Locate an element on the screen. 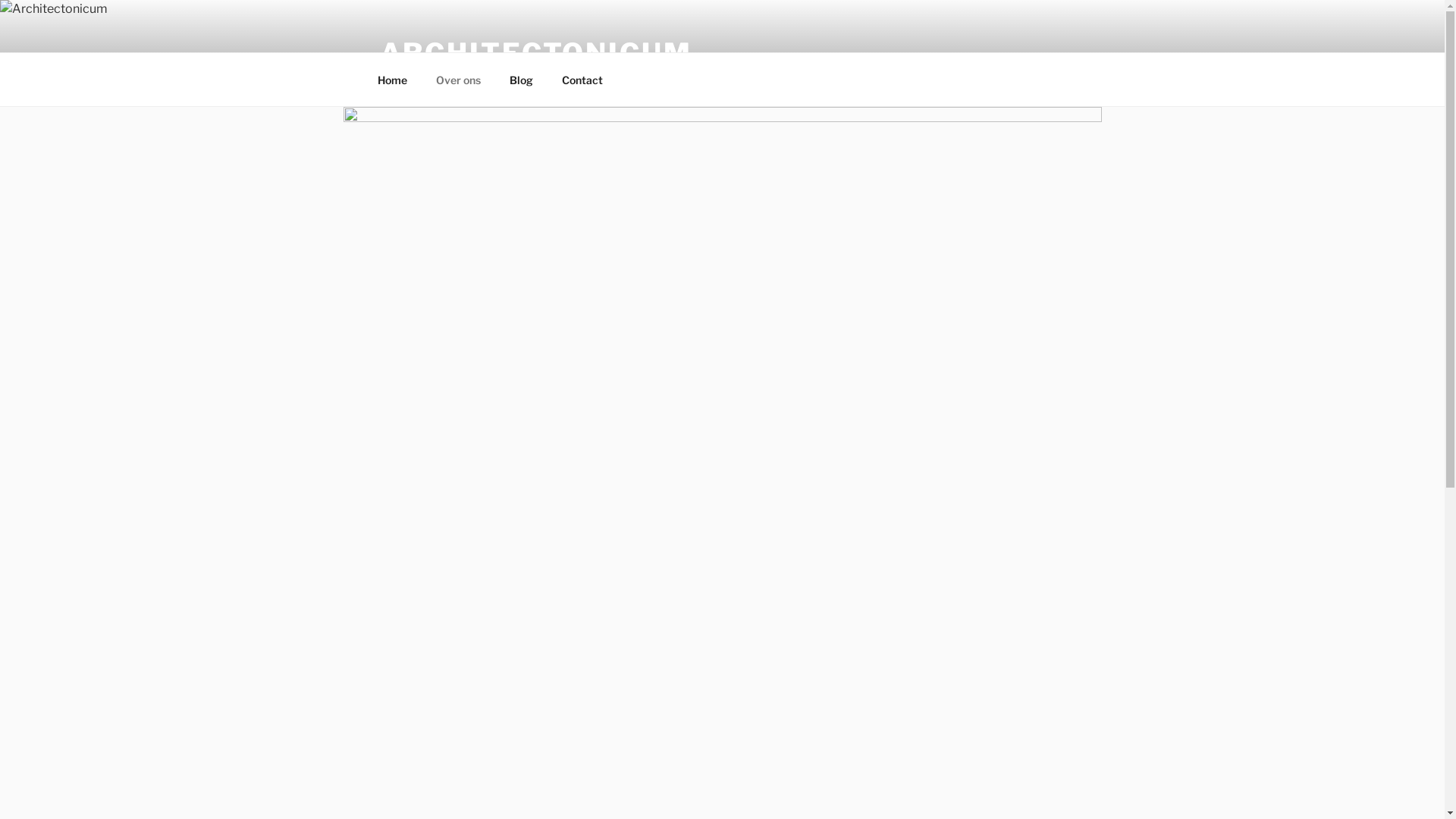 The height and width of the screenshot is (819, 1456). 'Skip to content' is located at coordinates (0, 0).